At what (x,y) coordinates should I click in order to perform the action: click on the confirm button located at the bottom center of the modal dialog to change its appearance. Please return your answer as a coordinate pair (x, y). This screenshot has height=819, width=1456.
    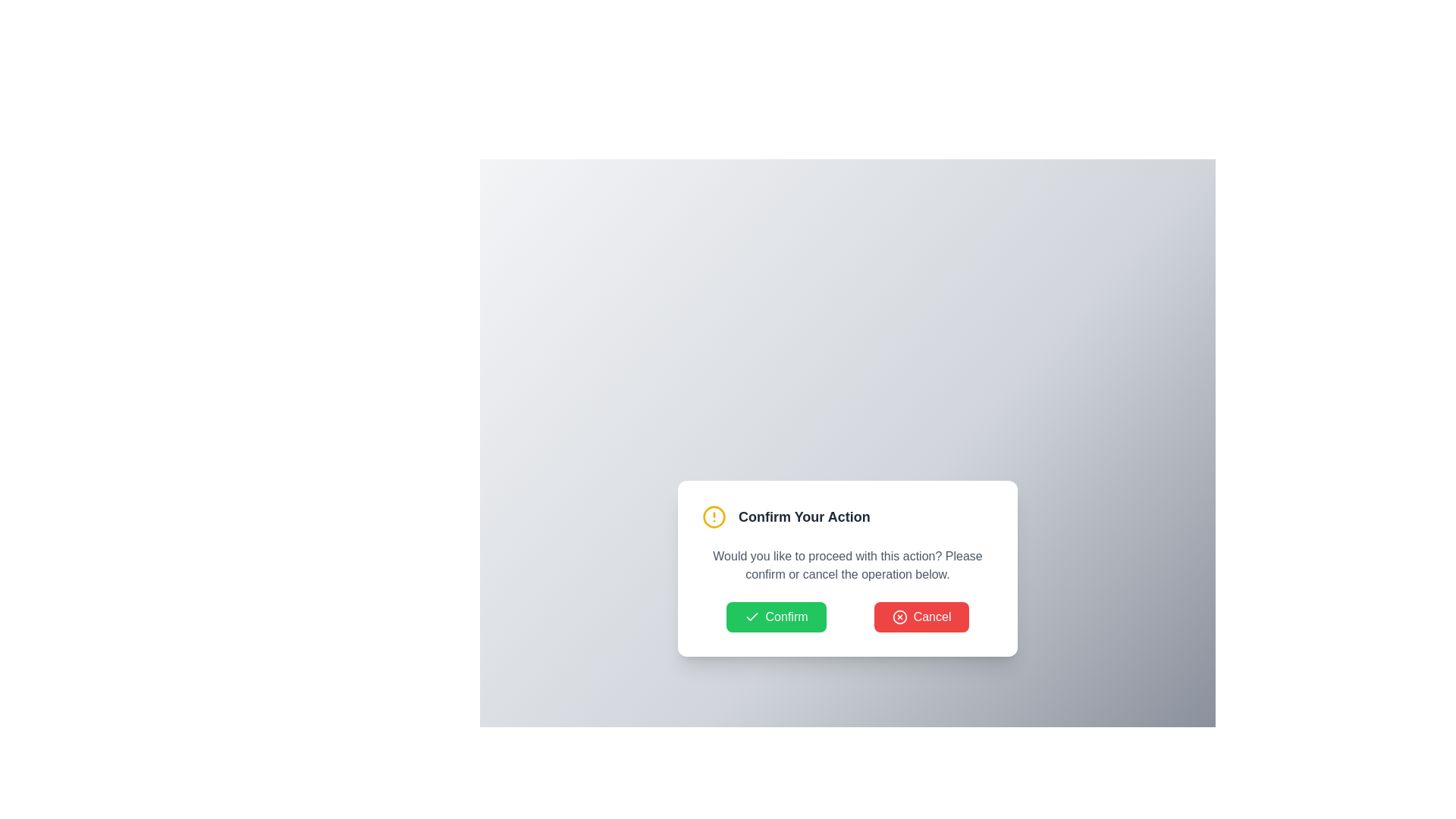
    Looking at the image, I should click on (776, 617).